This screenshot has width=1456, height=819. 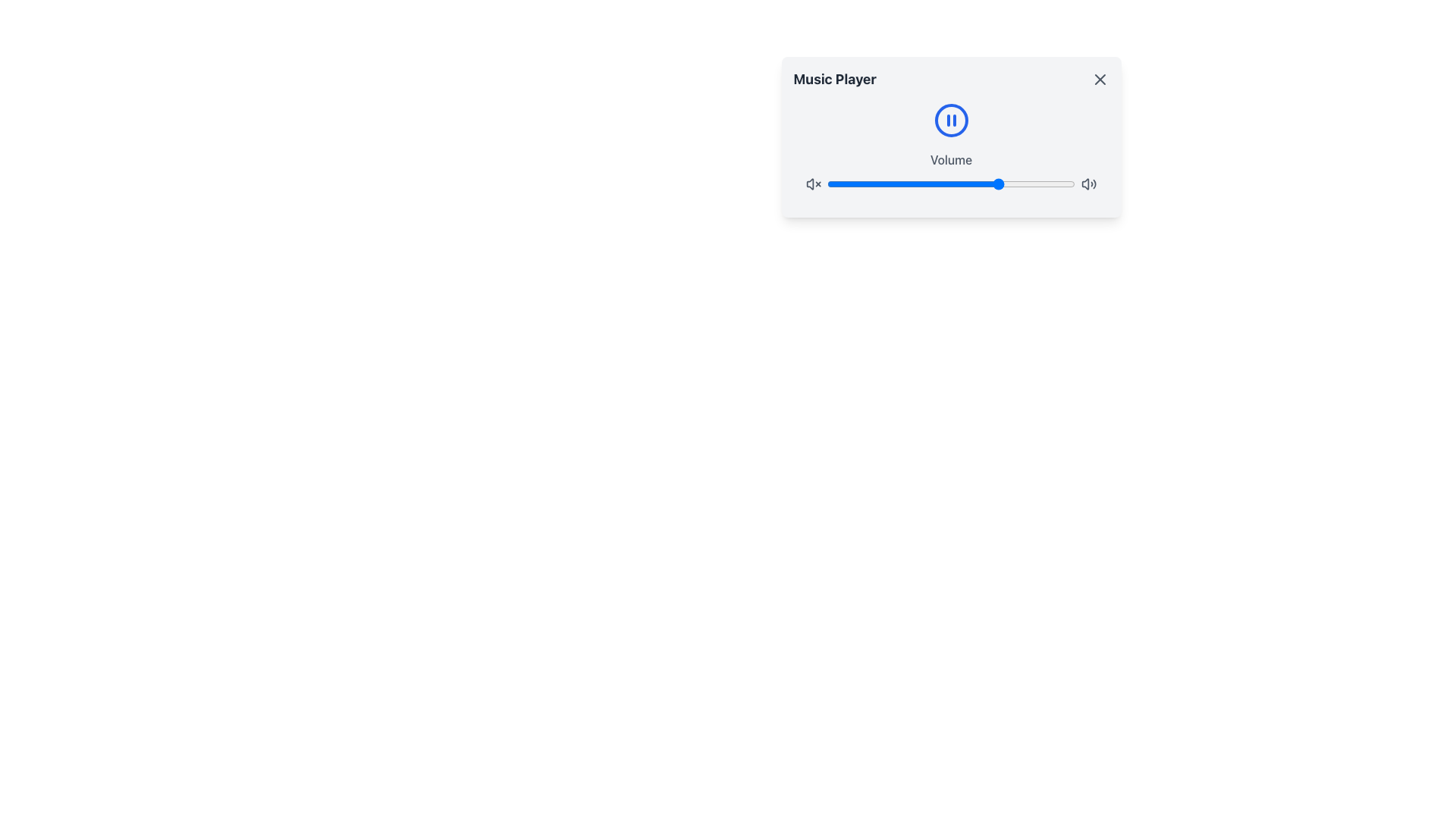 What do you see at coordinates (906, 184) in the screenshot?
I see `the volume slider` at bounding box center [906, 184].